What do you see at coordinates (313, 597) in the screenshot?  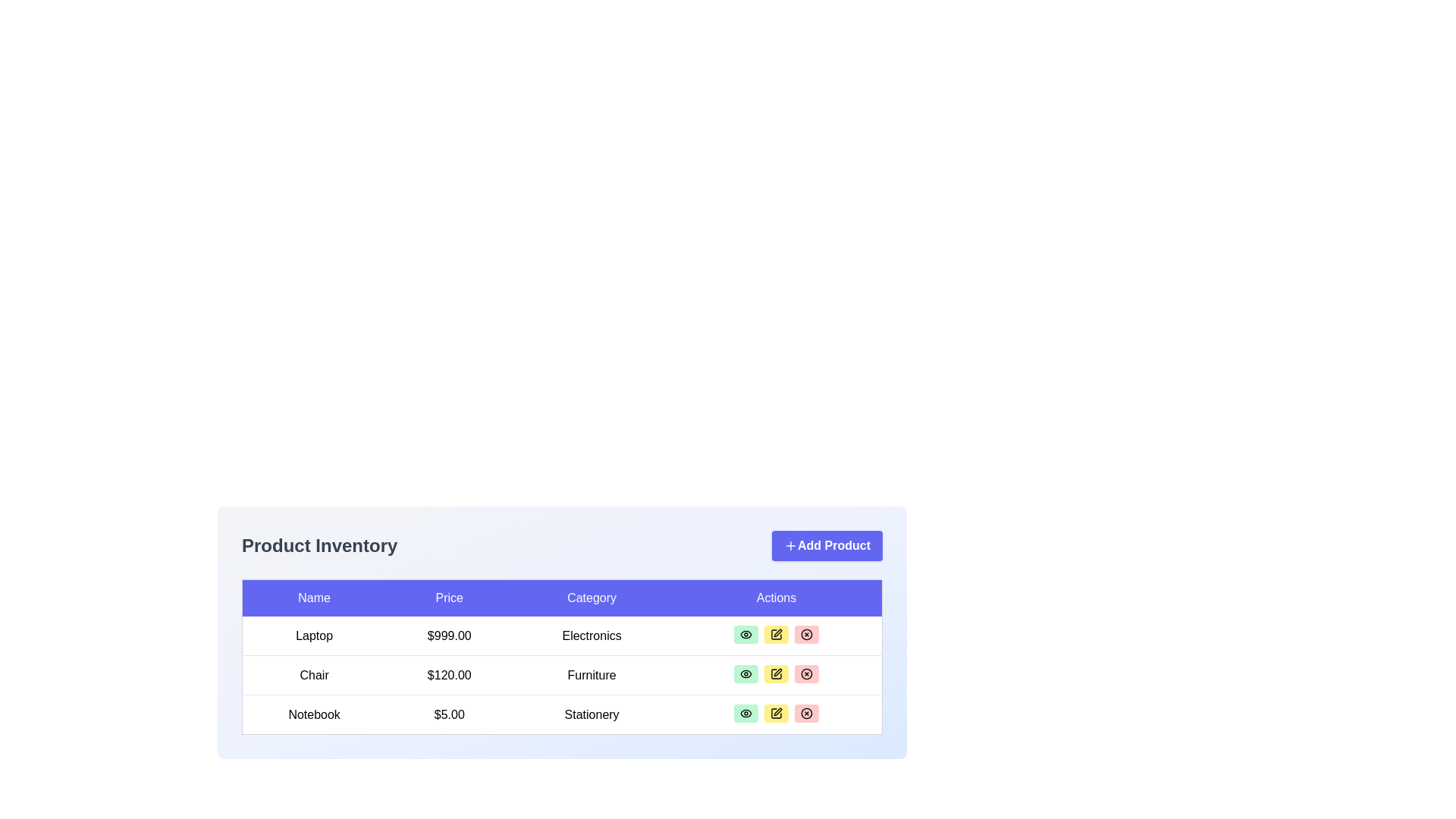 I see `text from the 'Name' header label, which is the first label in a row of four labels with a bold white font on a purple background` at bounding box center [313, 597].